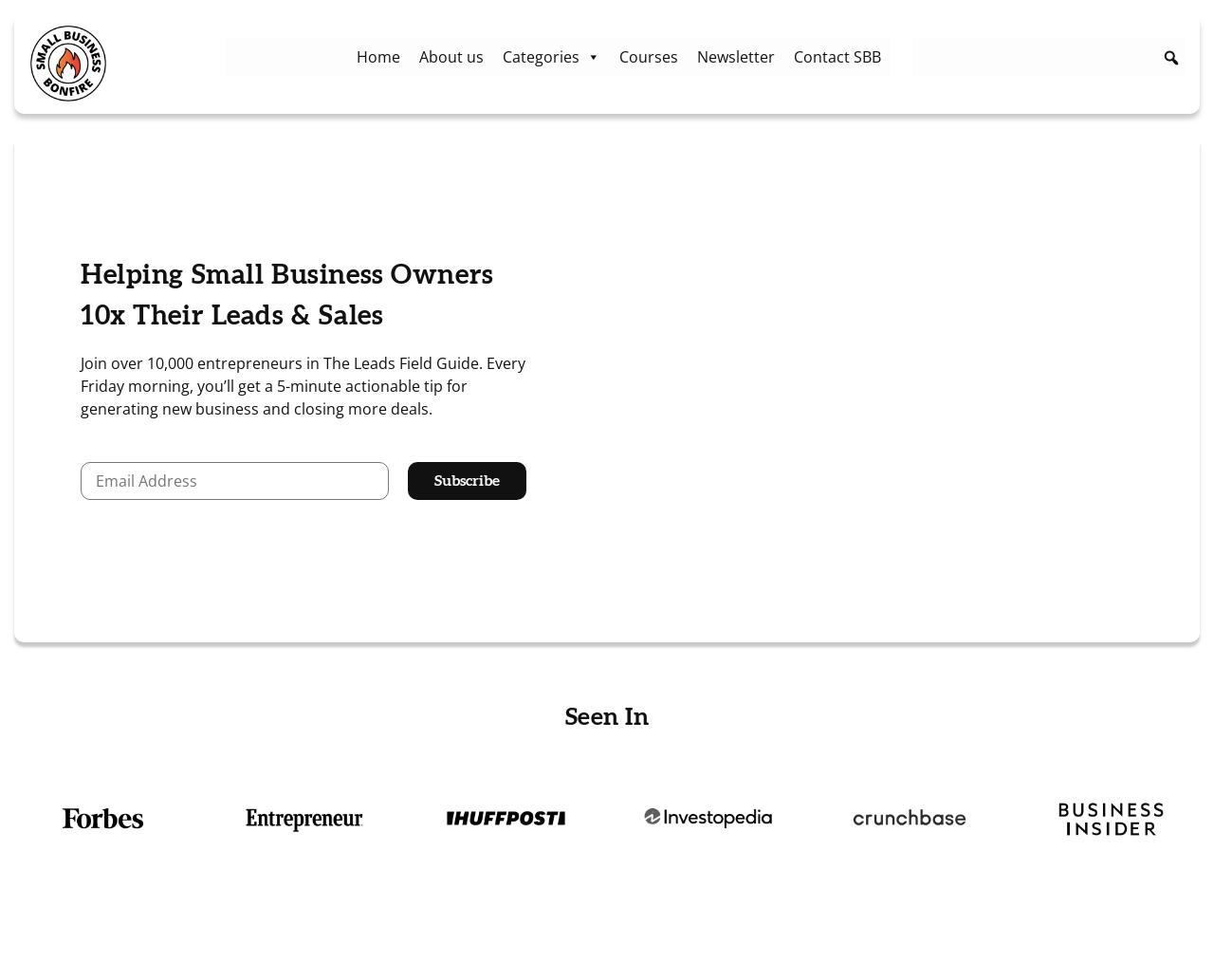 The height and width of the screenshot is (980, 1214). Describe the element at coordinates (529, 102) in the screenshot. I see `'Startup'` at that location.